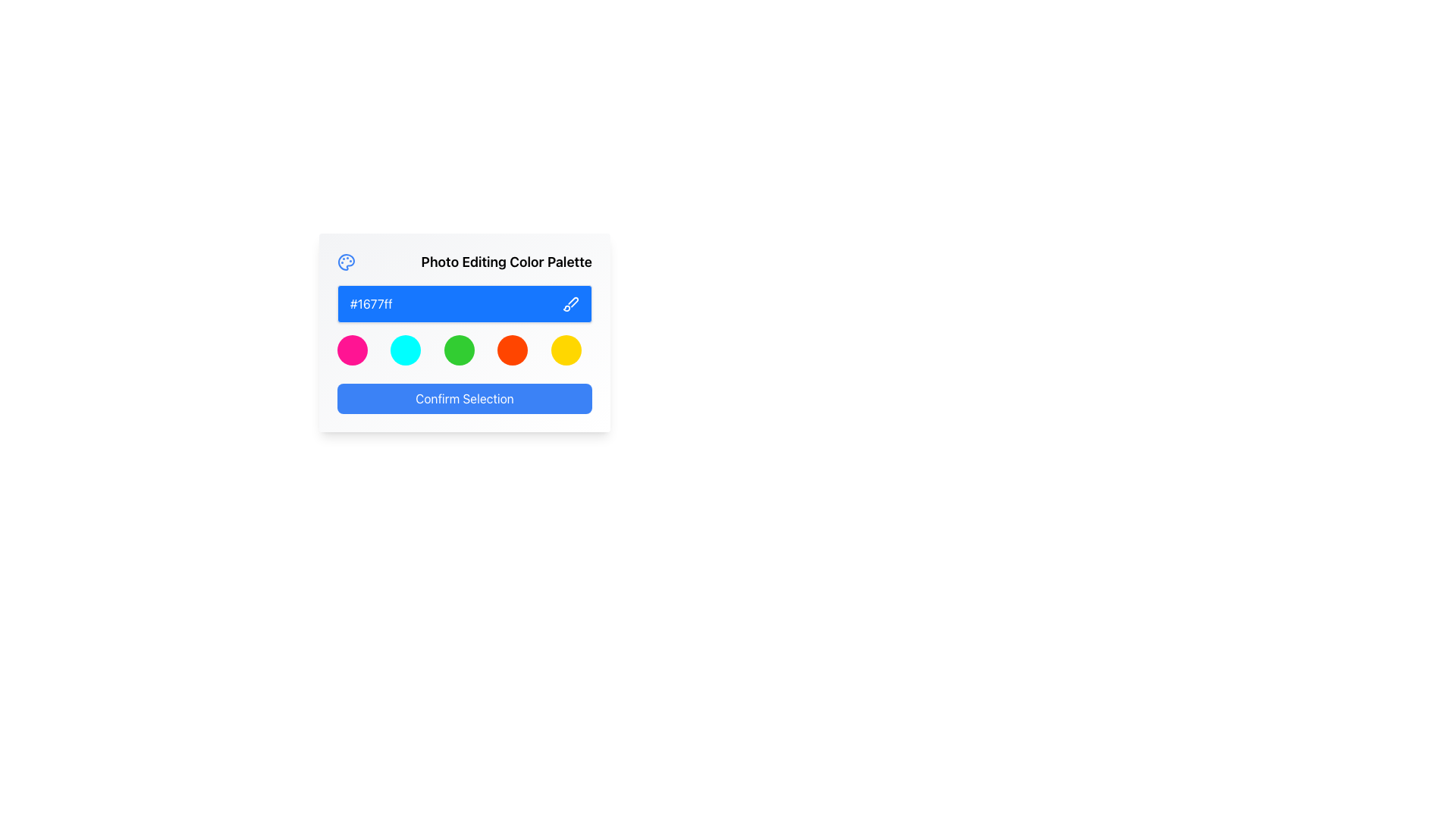 This screenshot has height=819, width=1456. Describe the element at coordinates (352, 350) in the screenshot. I see `the first circular color button in the grid, which is bright pink` at that location.